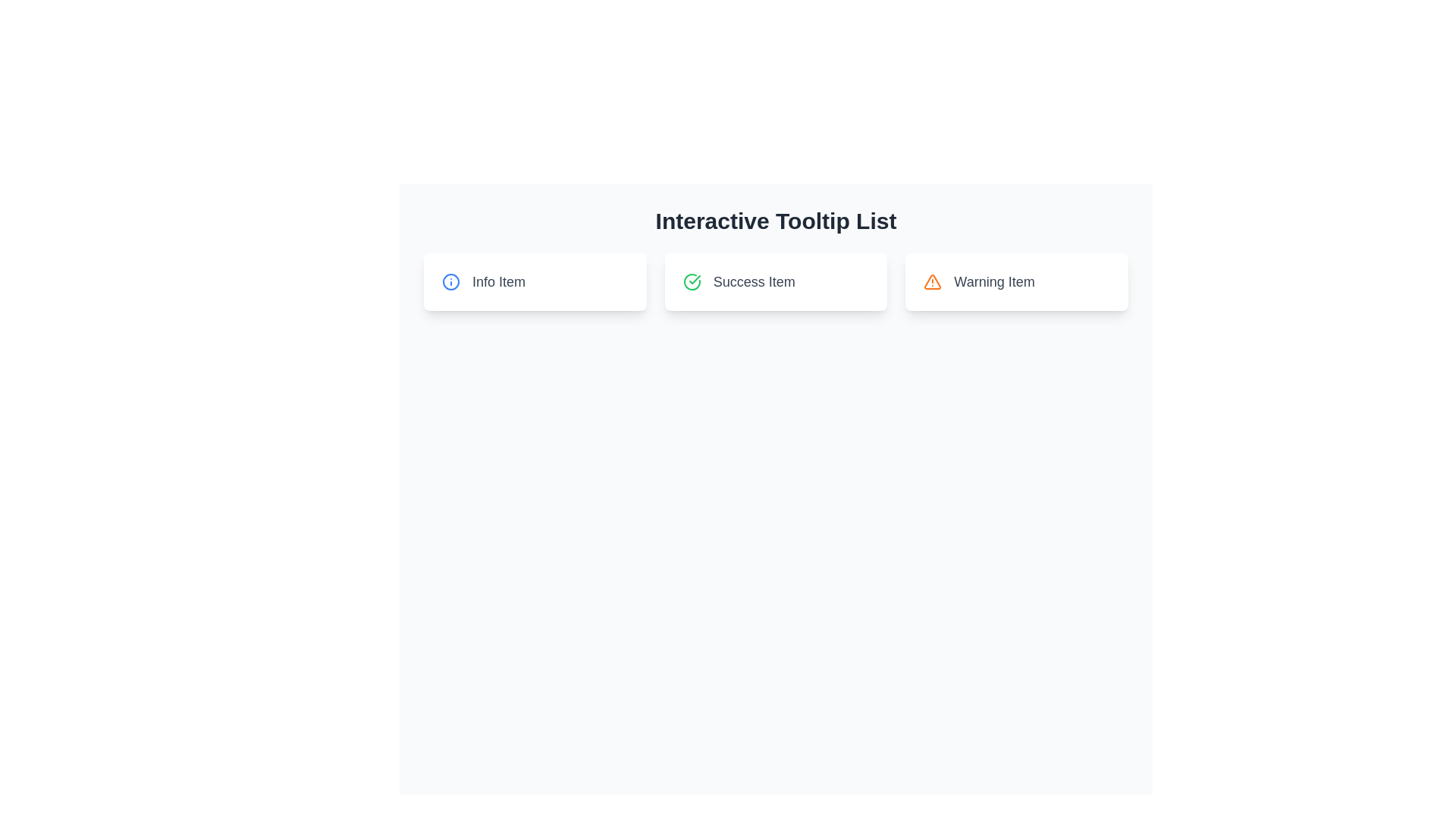 The height and width of the screenshot is (819, 1456). Describe the element at coordinates (1017, 281) in the screenshot. I see `message displayed on the warning card with the text 'Warning Item', which is the third card in a row of three in the grid layout` at that location.